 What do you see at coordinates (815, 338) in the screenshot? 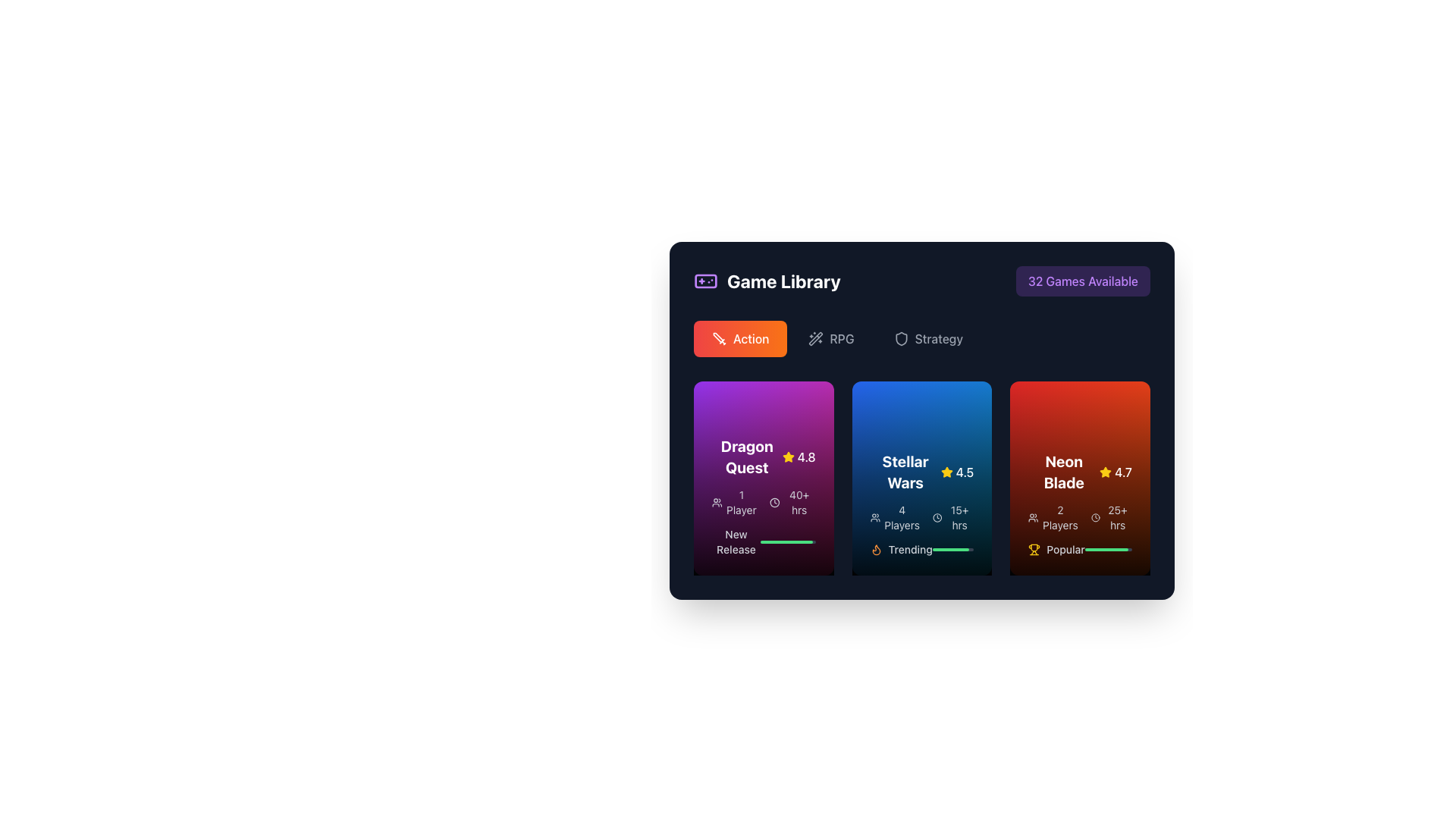
I see `the RPG genre icon, which is a visual representation located to the left of the text 'RPG' in the header row of game genres` at bounding box center [815, 338].